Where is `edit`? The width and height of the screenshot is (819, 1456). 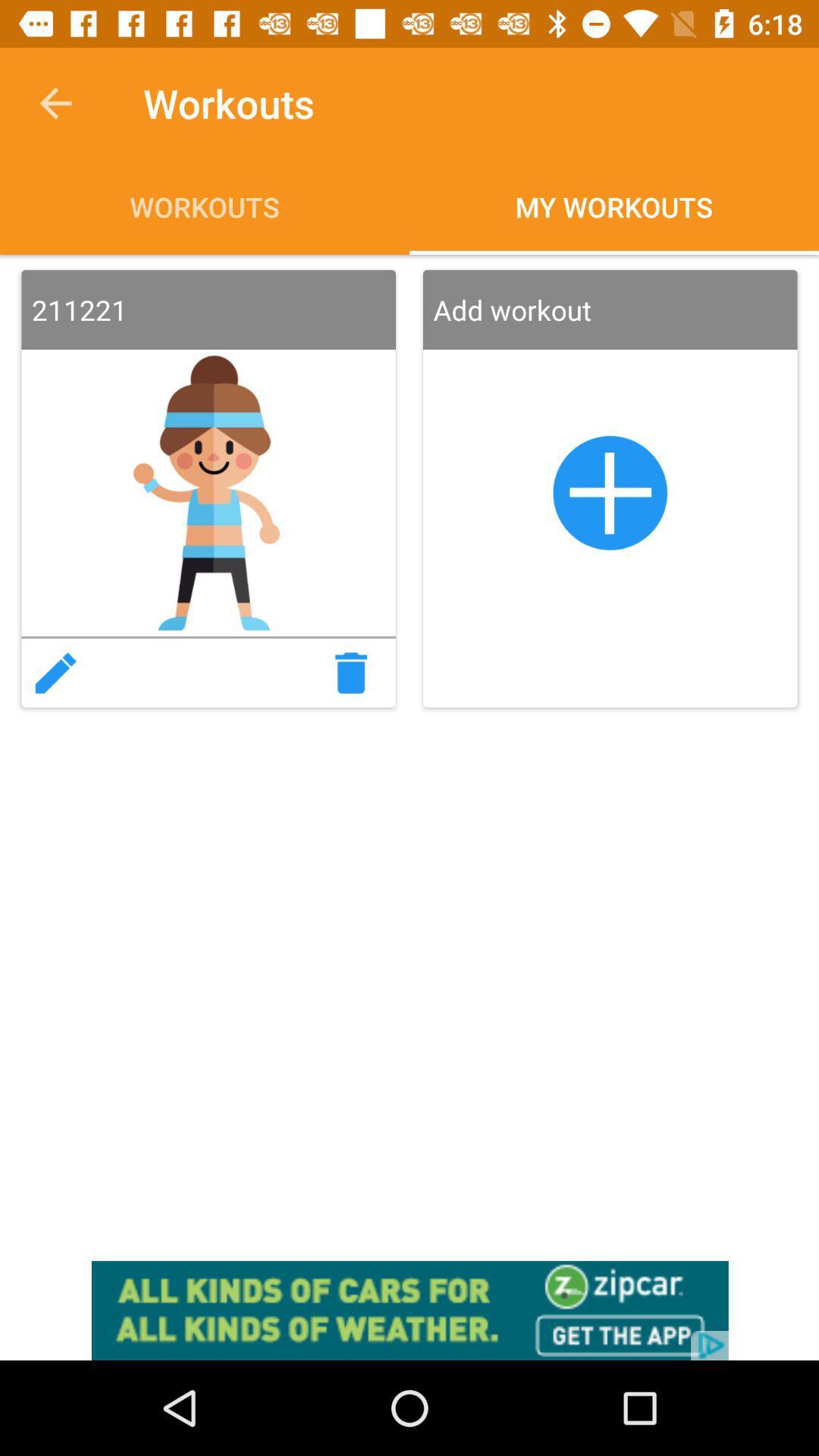
edit is located at coordinates (55, 672).